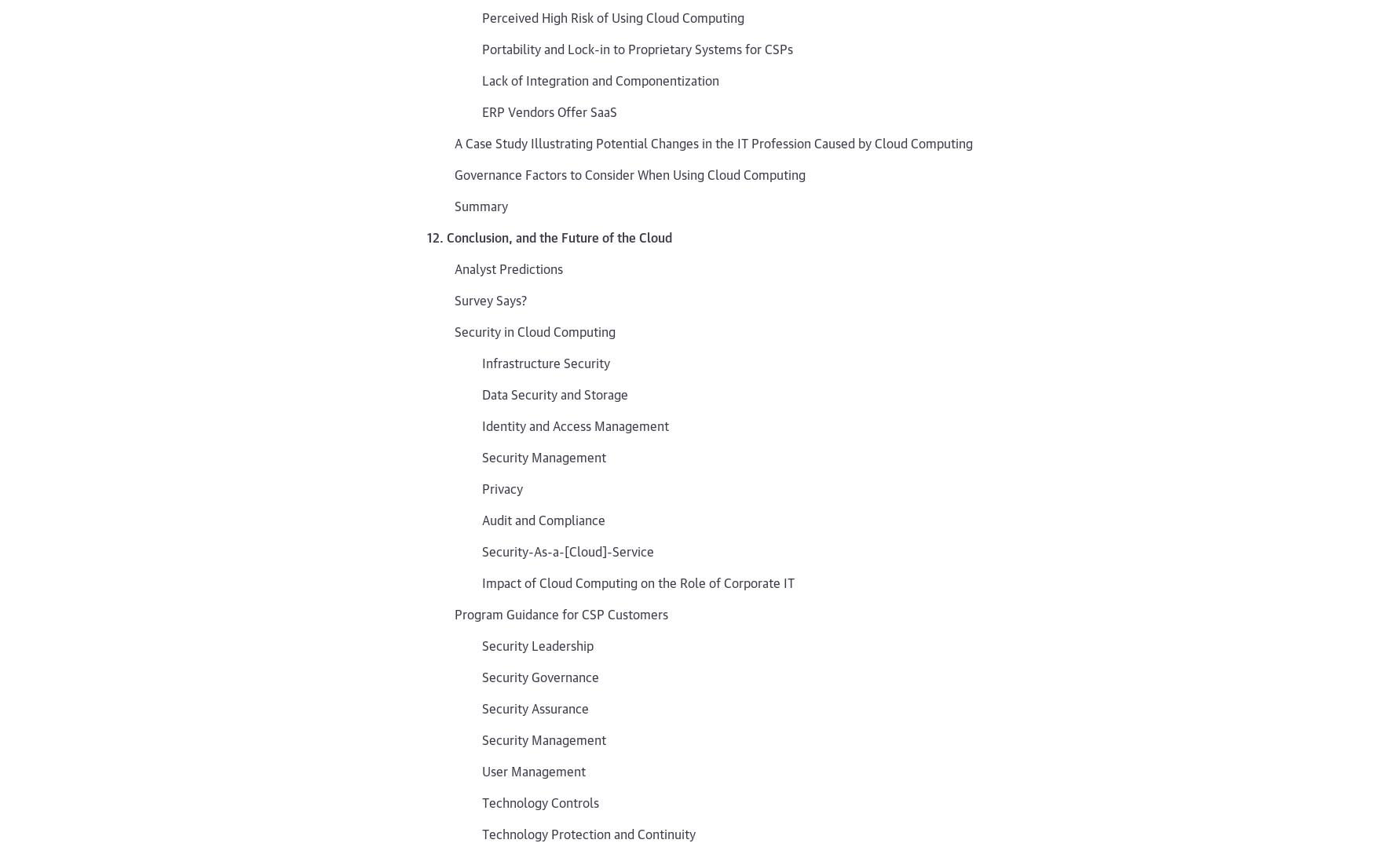 This screenshot has width=1400, height=847. Describe the element at coordinates (543, 517) in the screenshot. I see `'Audit and Compliance'` at that location.